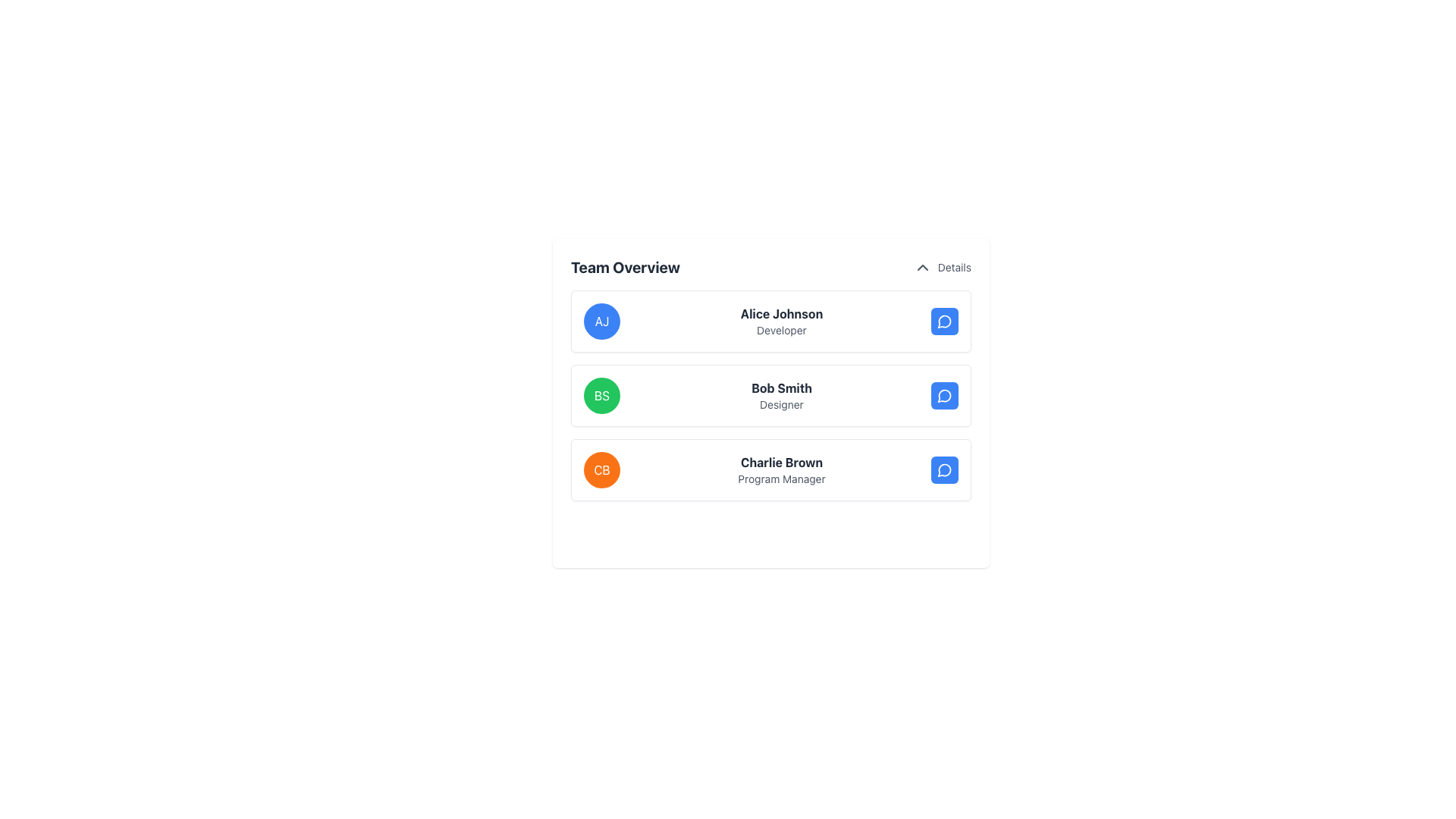  Describe the element at coordinates (771, 394) in the screenshot. I see `the name of the second team member in the list` at that location.